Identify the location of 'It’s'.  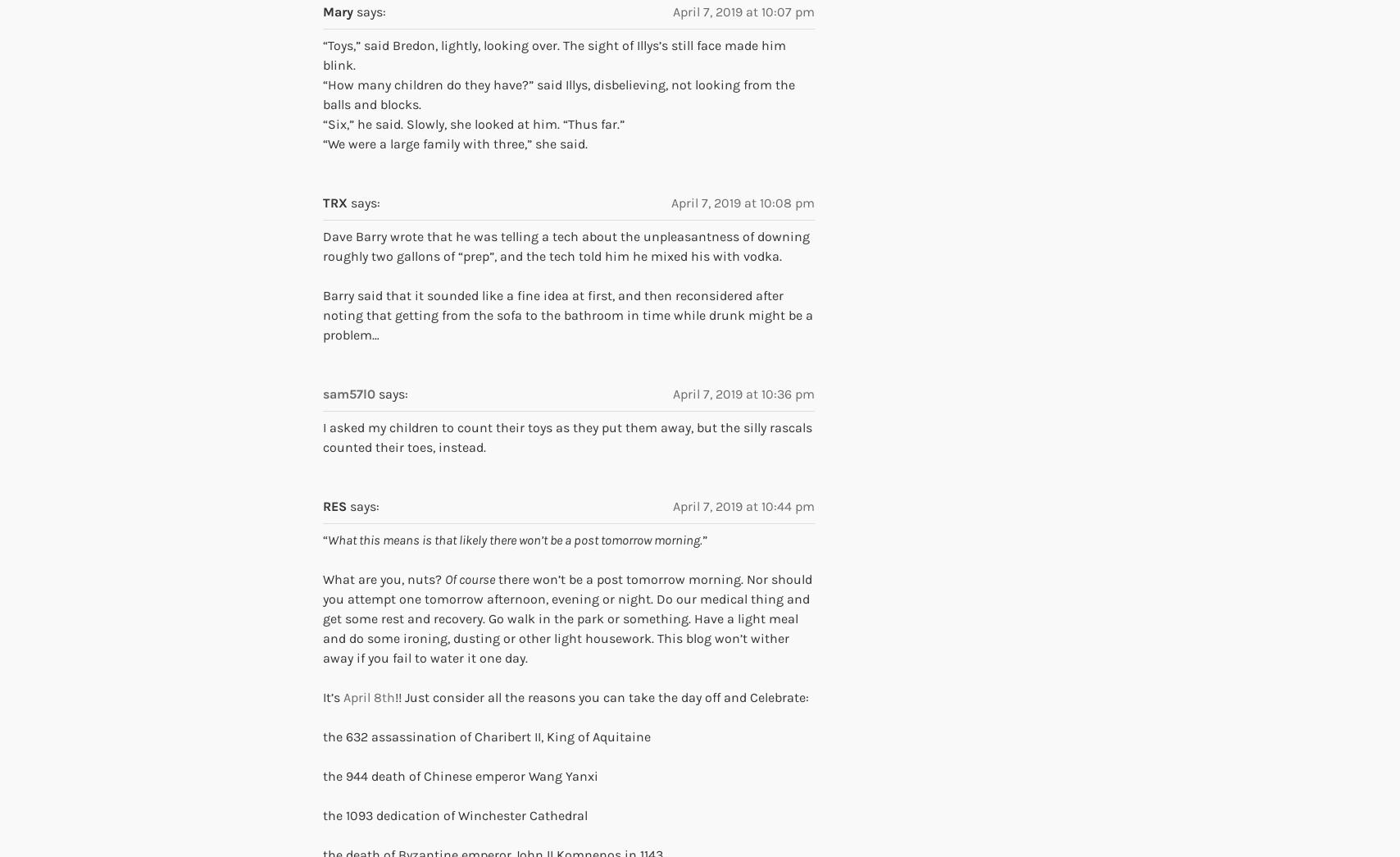
(333, 696).